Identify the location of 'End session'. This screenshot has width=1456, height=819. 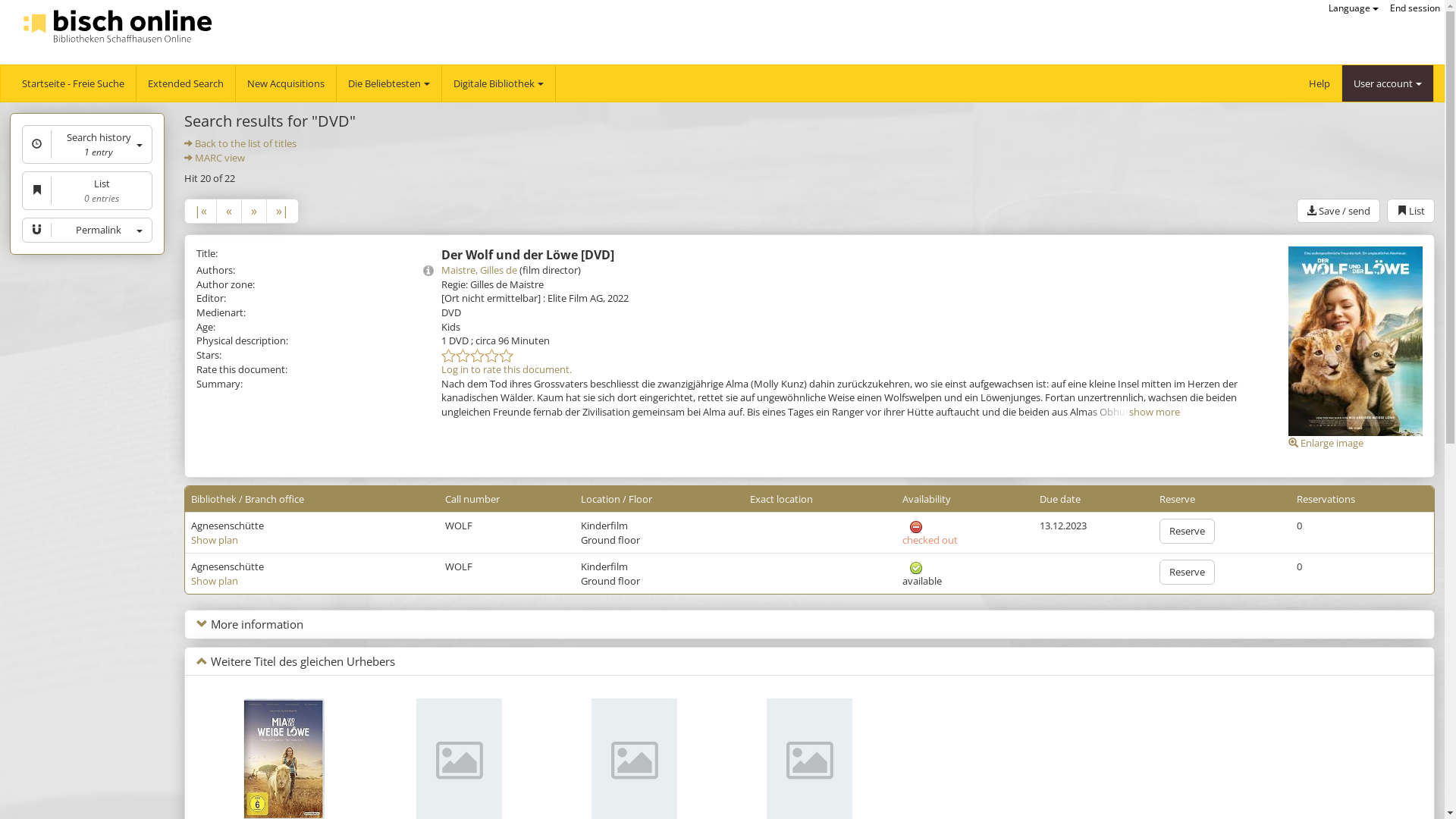
(1414, 8).